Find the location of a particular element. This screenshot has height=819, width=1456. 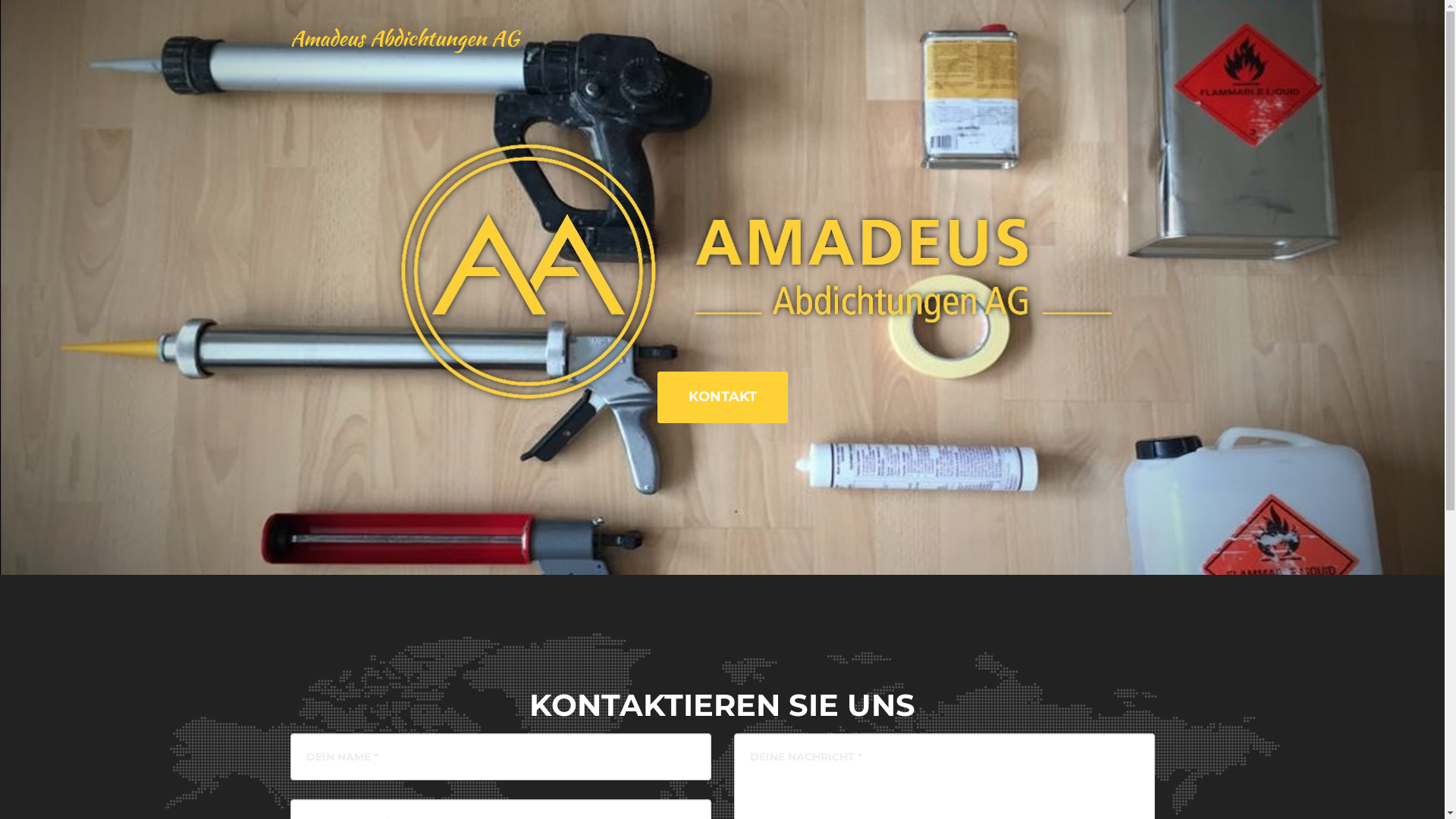

'KONTAKT' is located at coordinates (720, 397).